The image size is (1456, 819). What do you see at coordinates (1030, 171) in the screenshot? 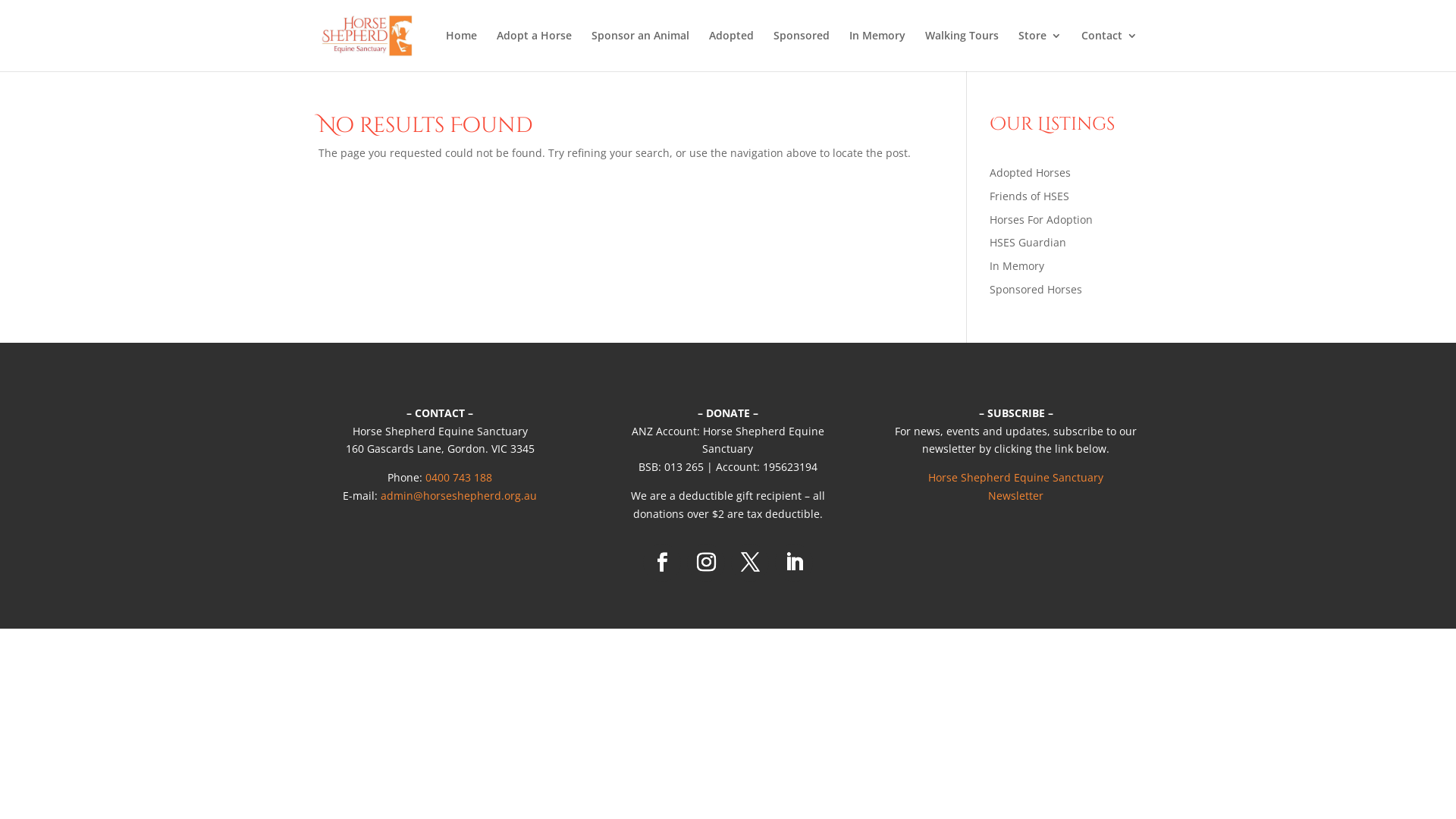
I see `'Adopted Horses'` at bounding box center [1030, 171].